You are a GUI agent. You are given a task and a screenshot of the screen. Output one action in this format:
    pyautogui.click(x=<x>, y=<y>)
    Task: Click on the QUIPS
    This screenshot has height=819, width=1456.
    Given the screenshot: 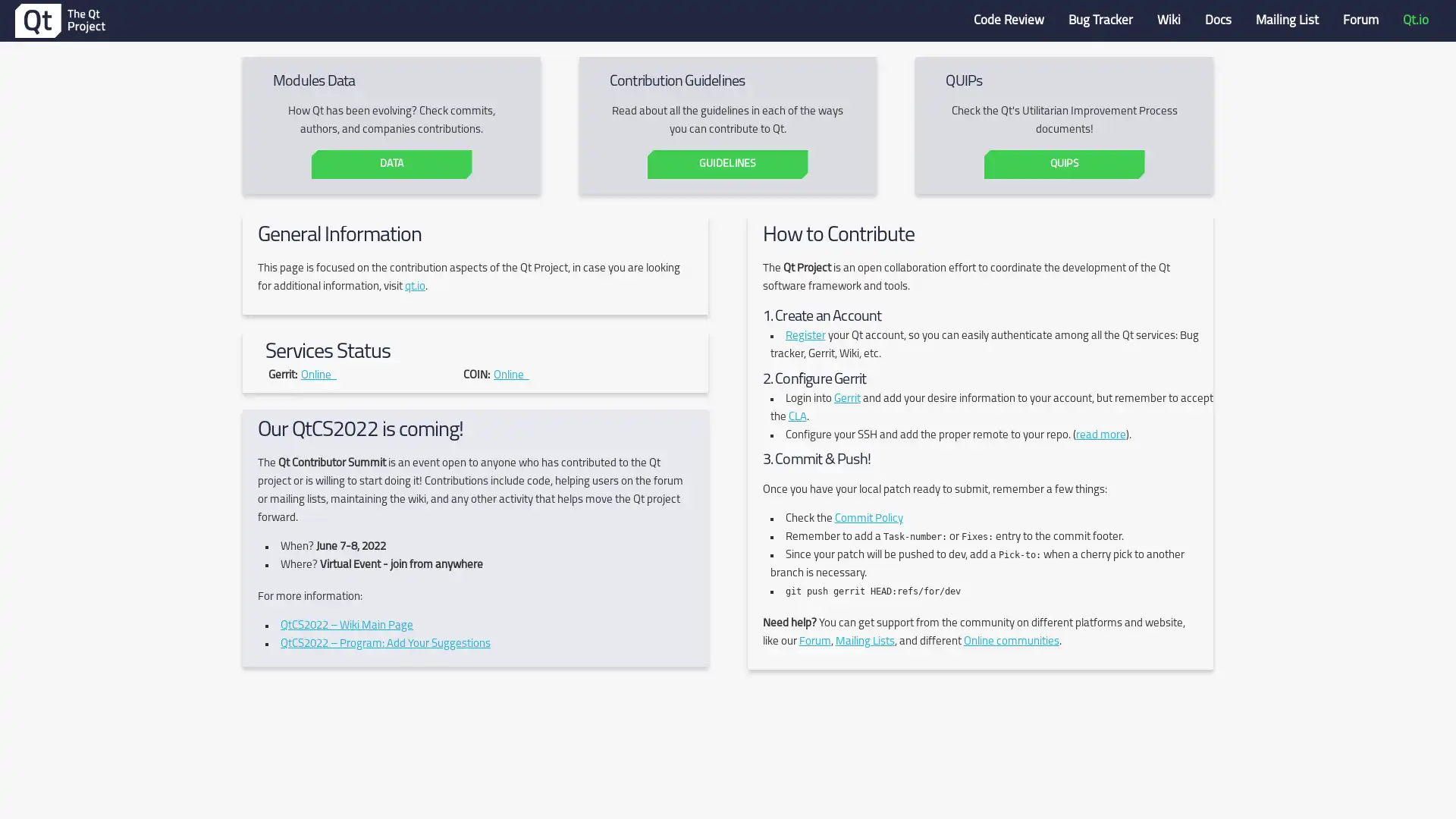 What is the action you would take?
    pyautogui.click(x=1062, y=164)
    